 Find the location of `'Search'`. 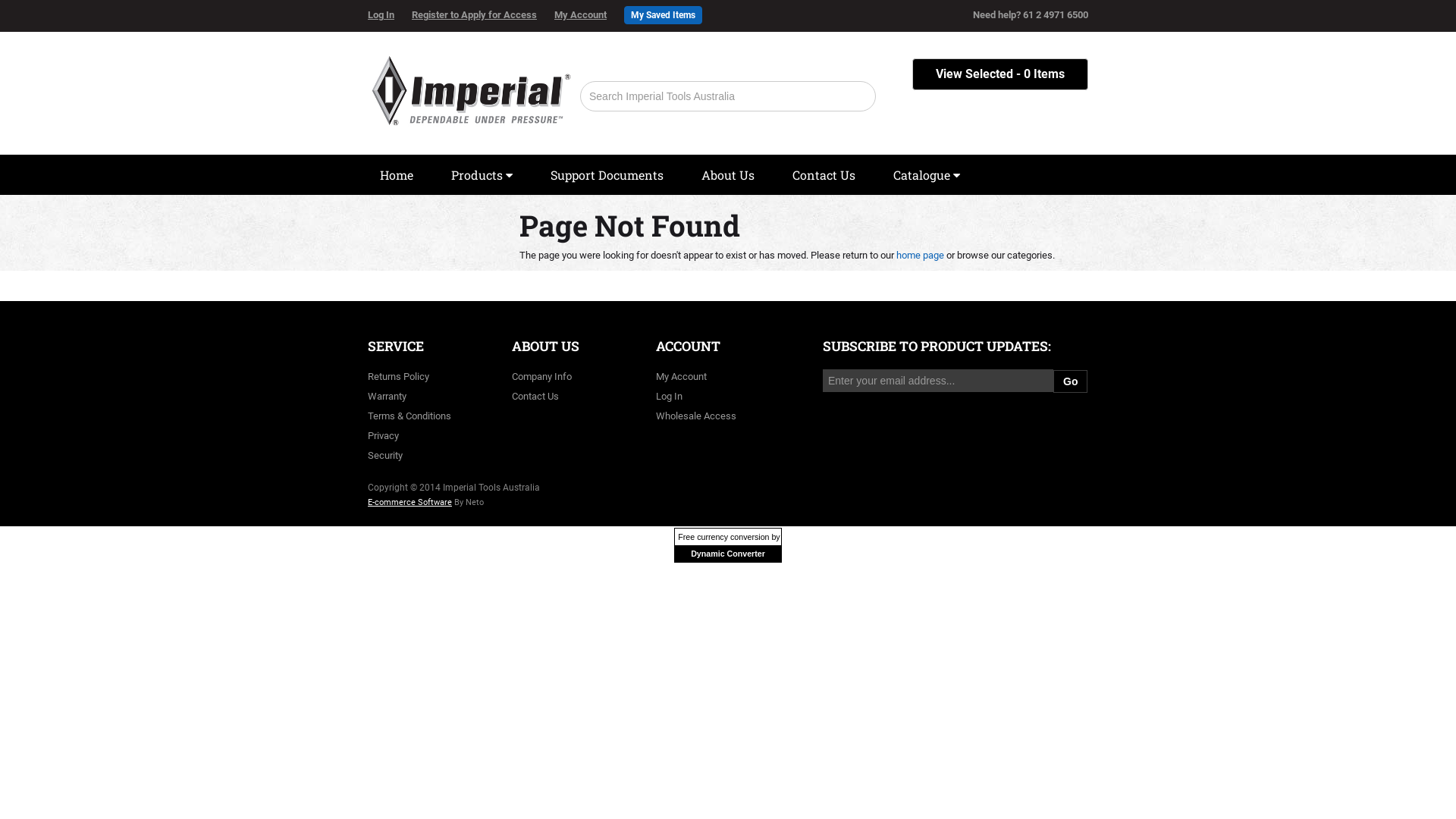

'Search' is located at coordinates (857, 96).